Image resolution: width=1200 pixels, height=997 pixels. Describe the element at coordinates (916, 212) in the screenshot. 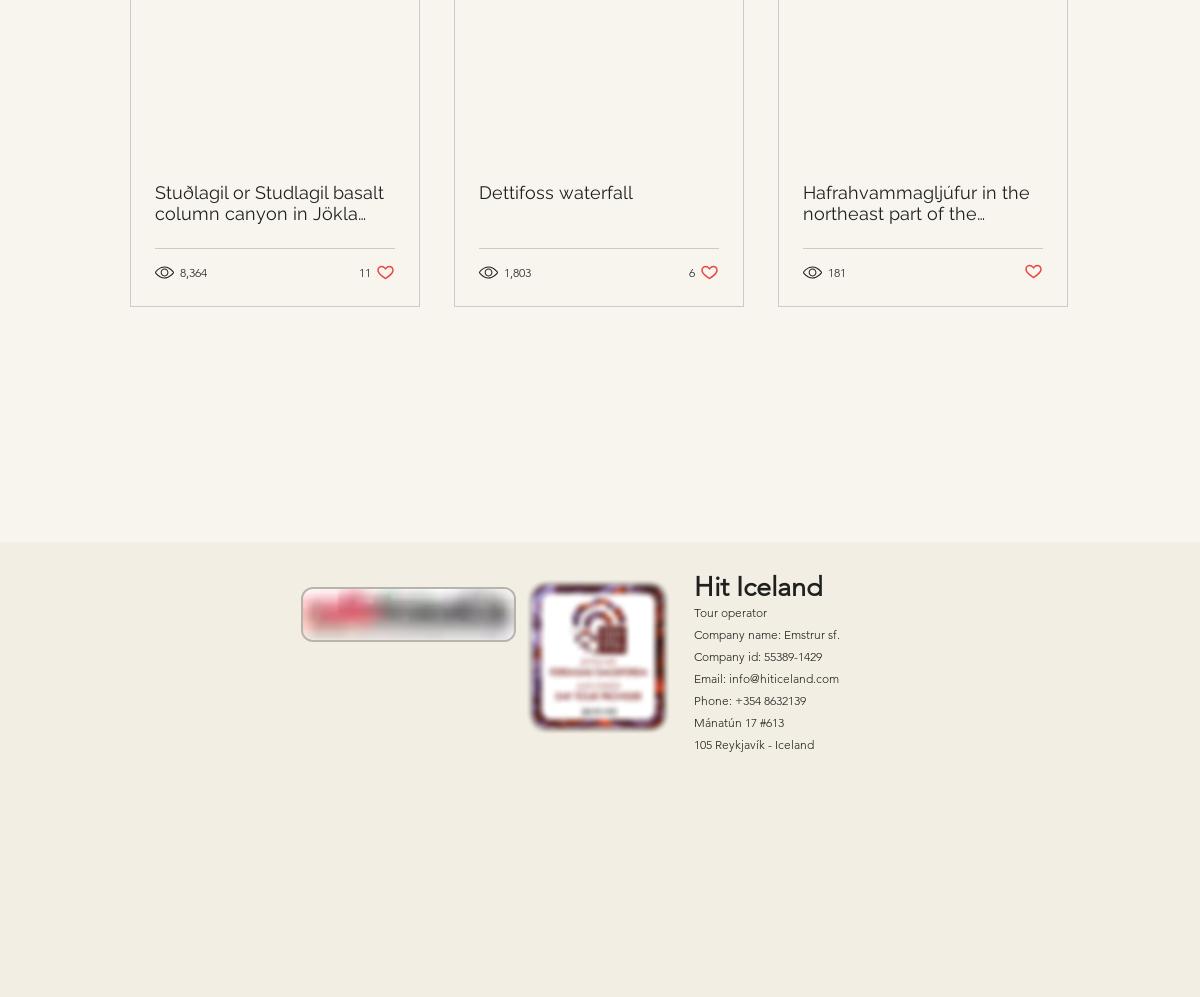

I see `'Hafrahvammagljúfur in the northeast part of the Highland'` at that location.